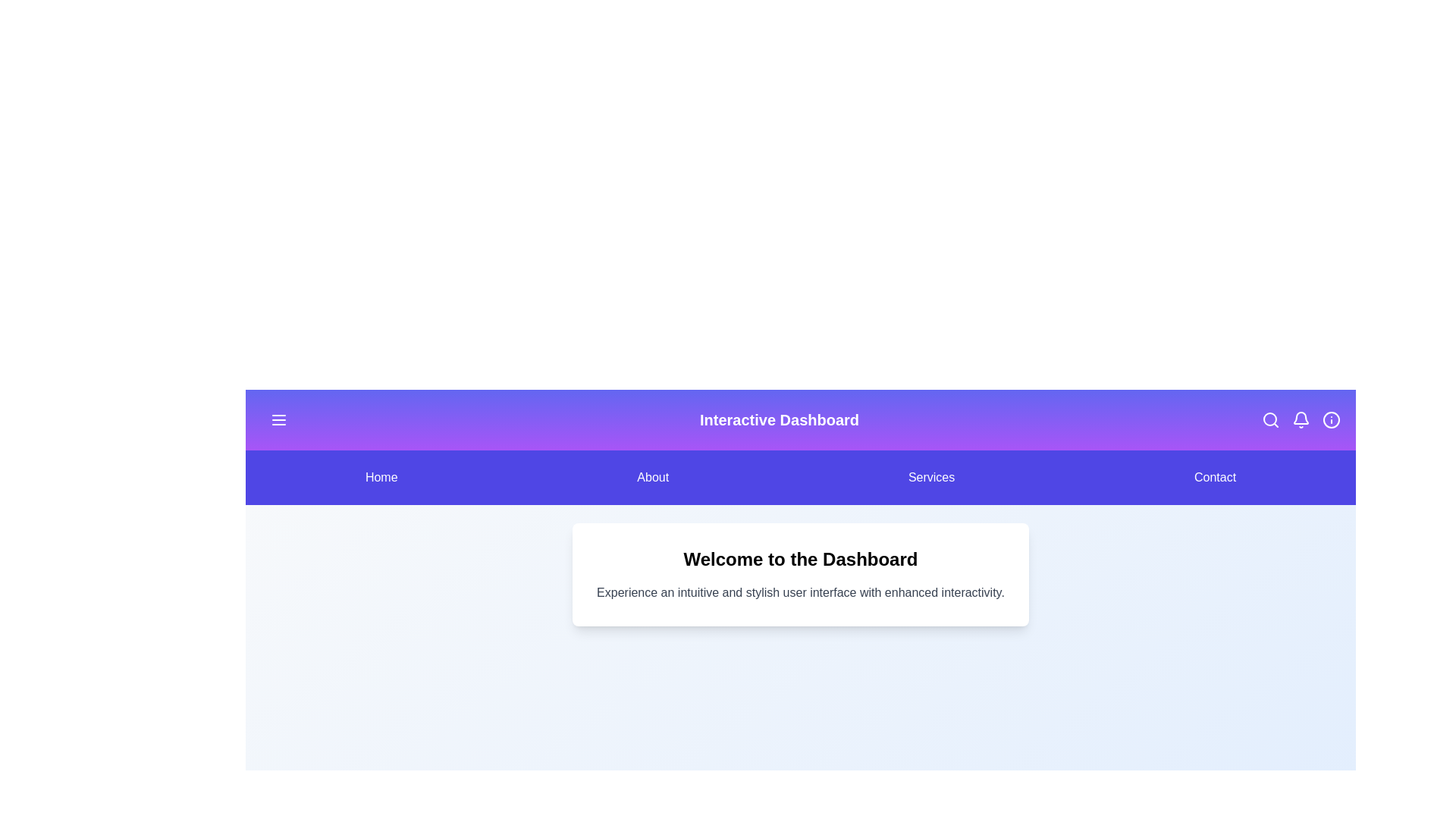  I want to click on the specified icon in the header: search, so click(1270, 420).